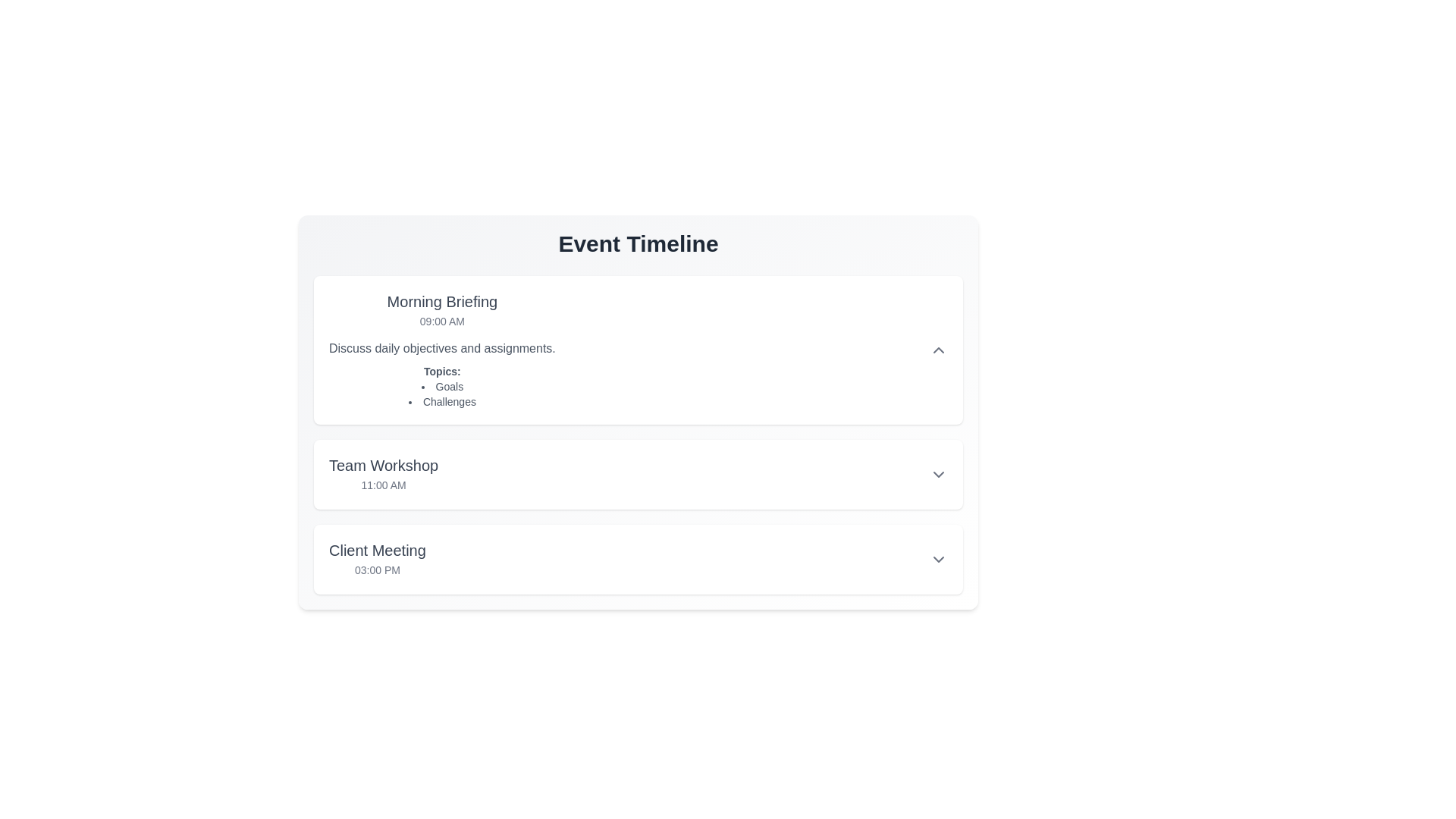 This screenshot has width=1456, height=819. I want to click on the Information card at the top of the 'Event Timeline', so click(638, 350).